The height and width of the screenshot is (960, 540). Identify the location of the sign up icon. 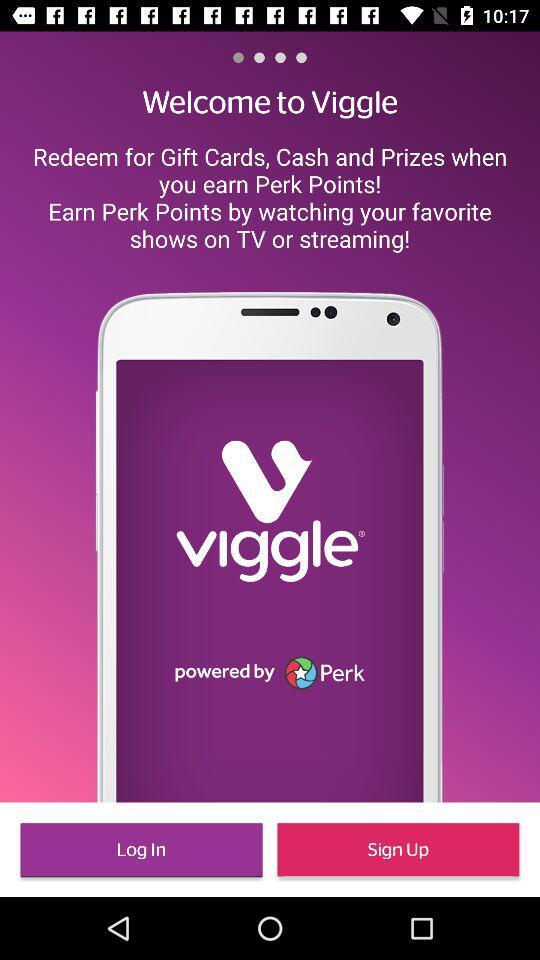
(398, 848).